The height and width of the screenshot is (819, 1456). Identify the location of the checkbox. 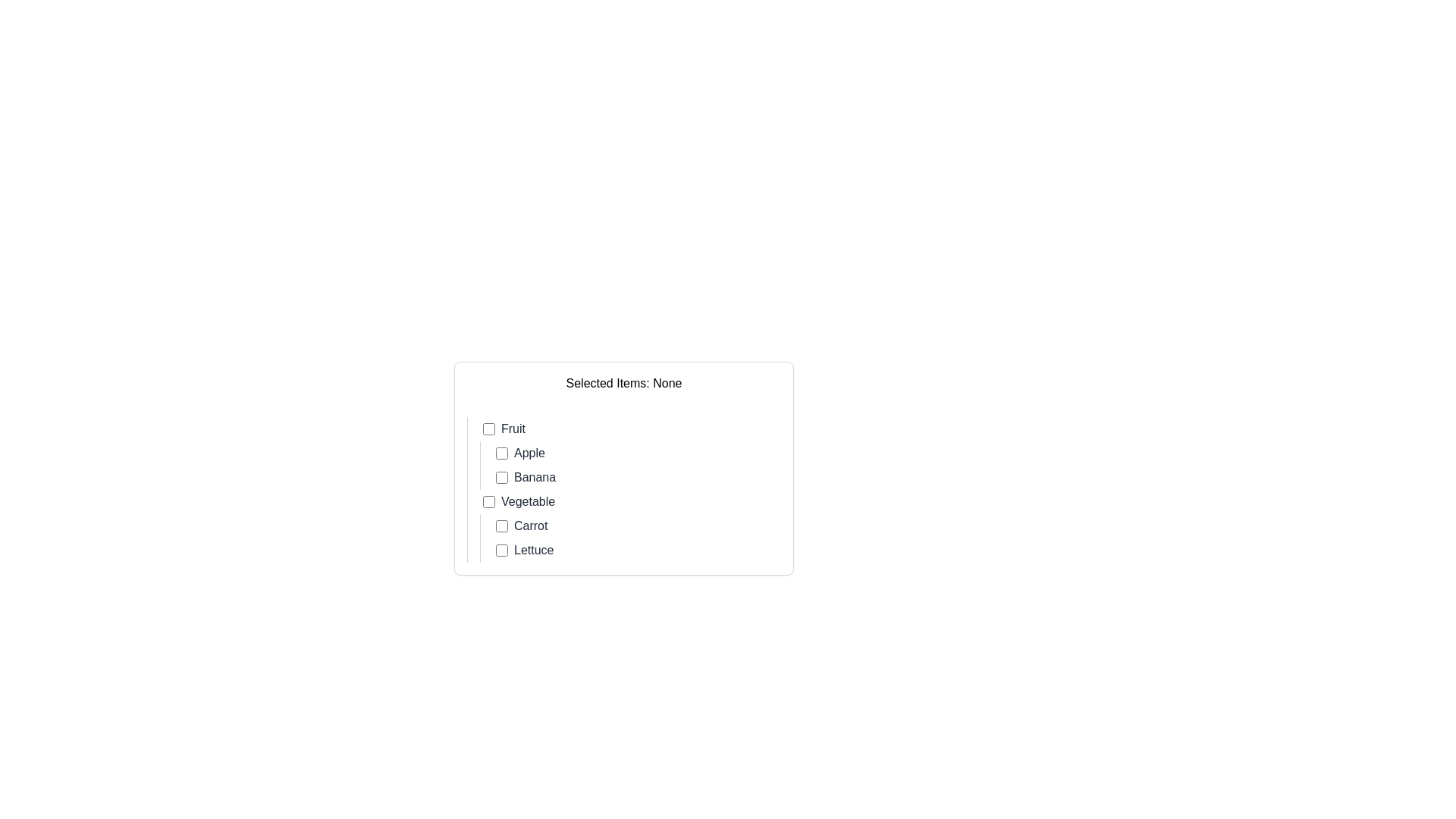
(637, 452).